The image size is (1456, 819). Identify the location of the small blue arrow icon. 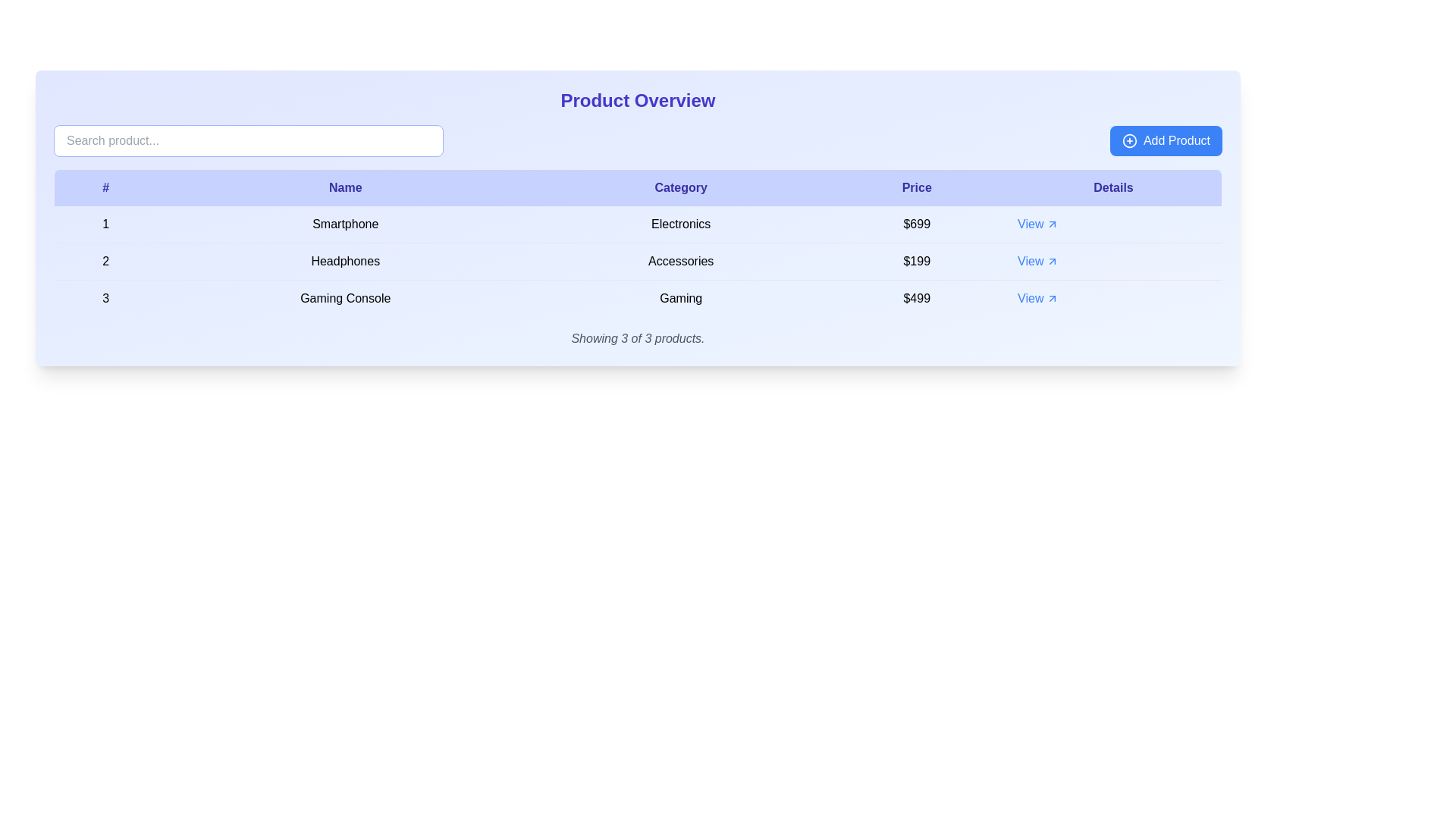
(1052, 260).